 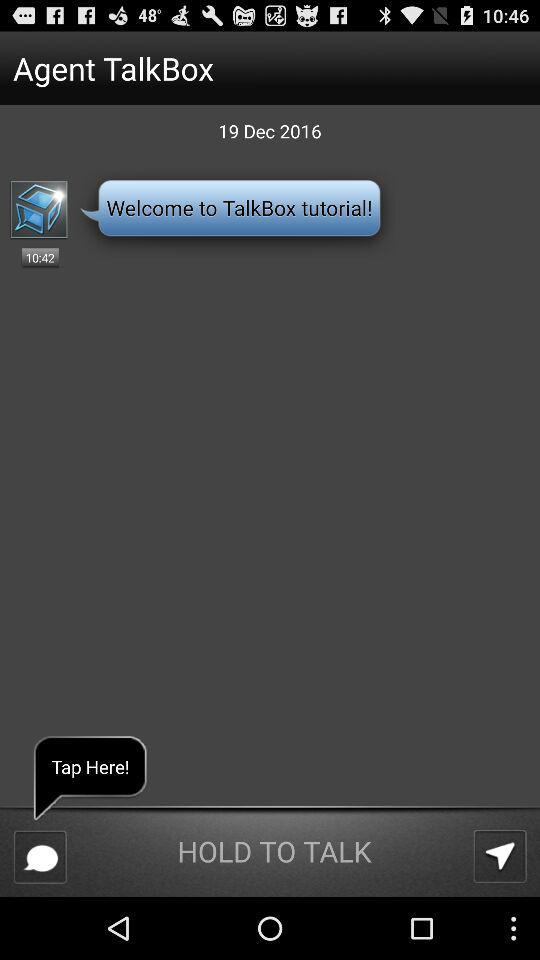 I want to click on item next to the hold to talk item, so click(x=40, y=856).